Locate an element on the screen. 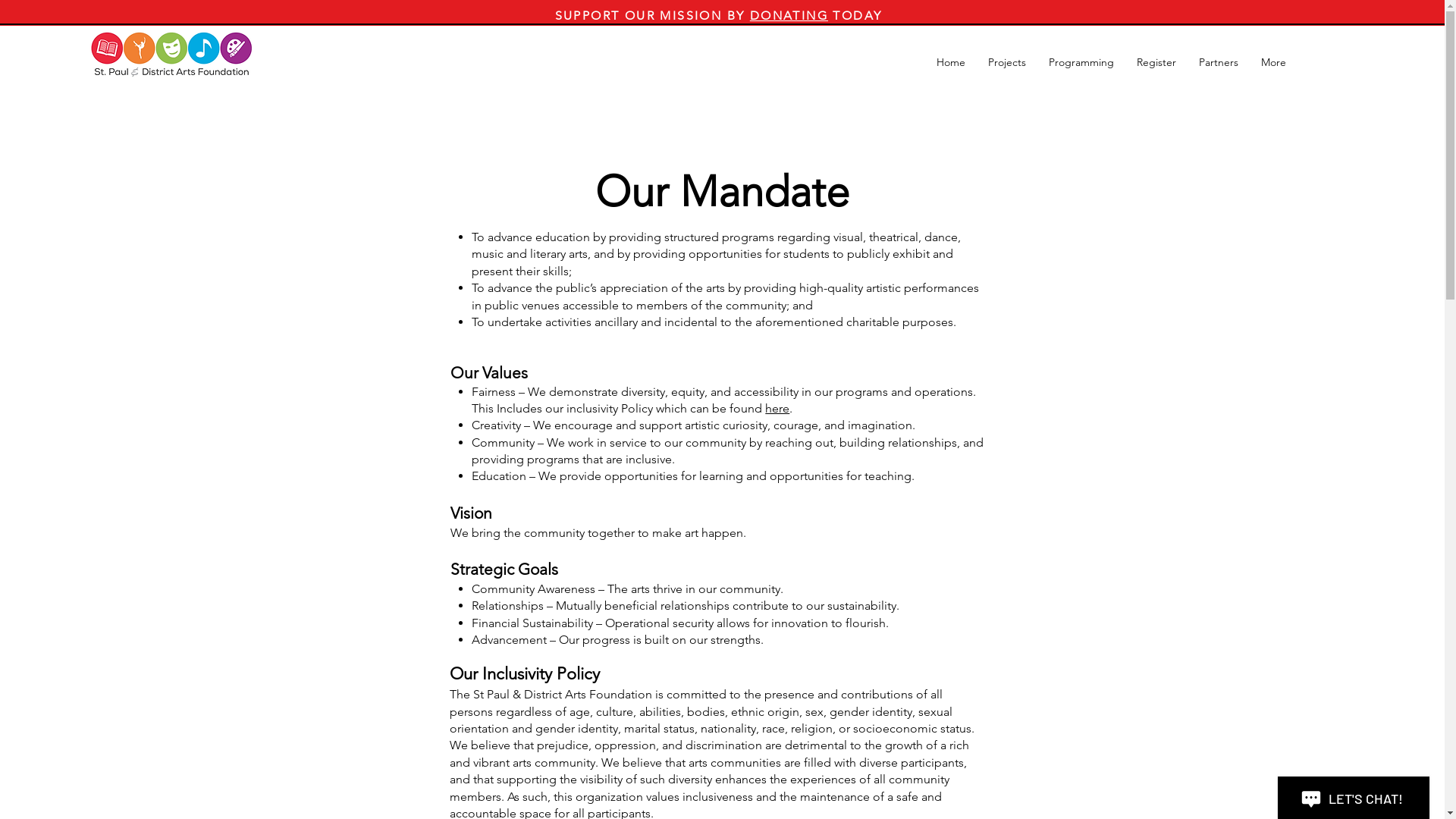 The height and width of the screenshot is (819, 1456). 'DONATING' is located at coordinates (789, 15).